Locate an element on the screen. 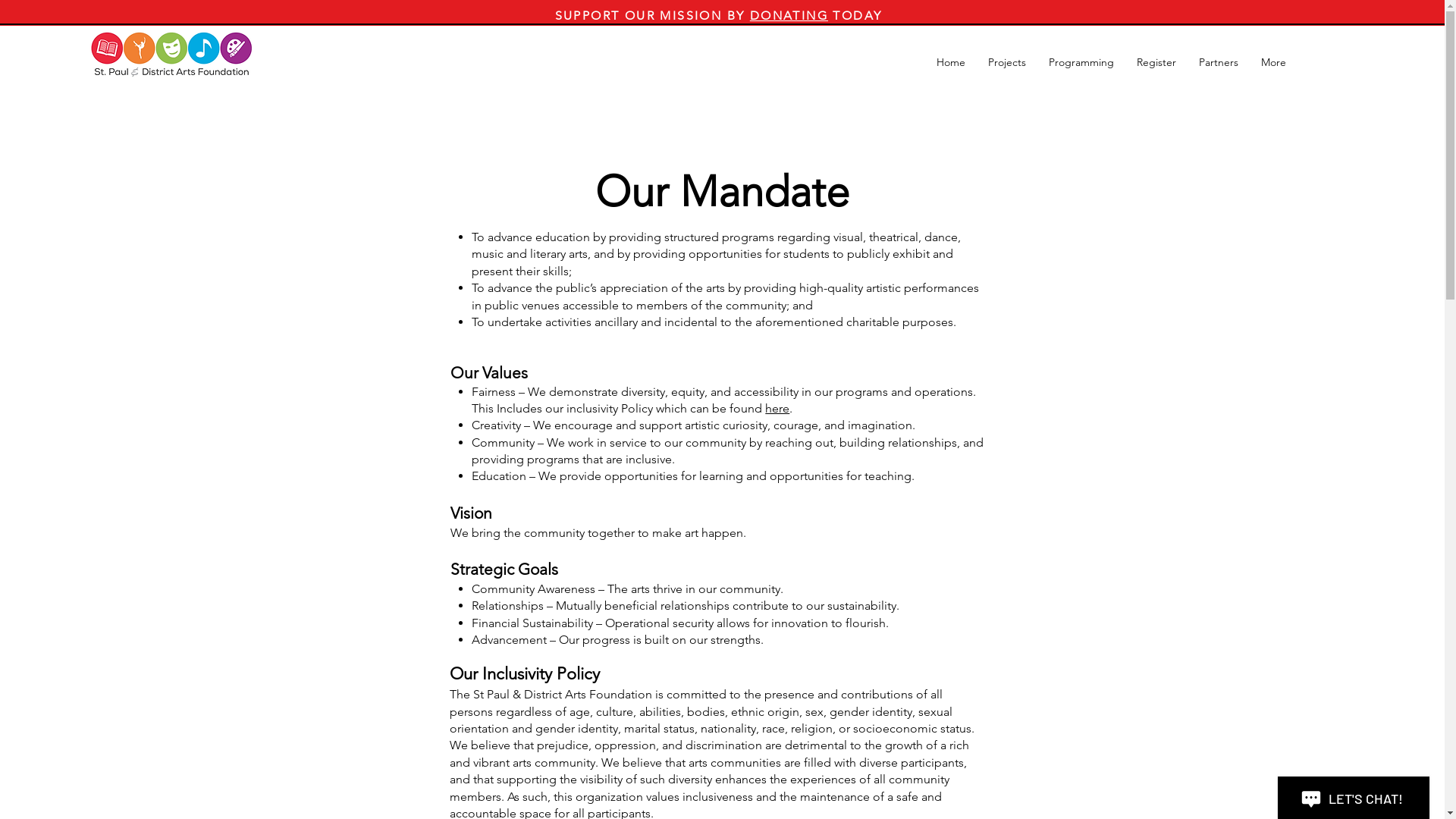 The height and width of the screenshot is (819, 1456). 'DONATING' is located at coordinates (789, 15).